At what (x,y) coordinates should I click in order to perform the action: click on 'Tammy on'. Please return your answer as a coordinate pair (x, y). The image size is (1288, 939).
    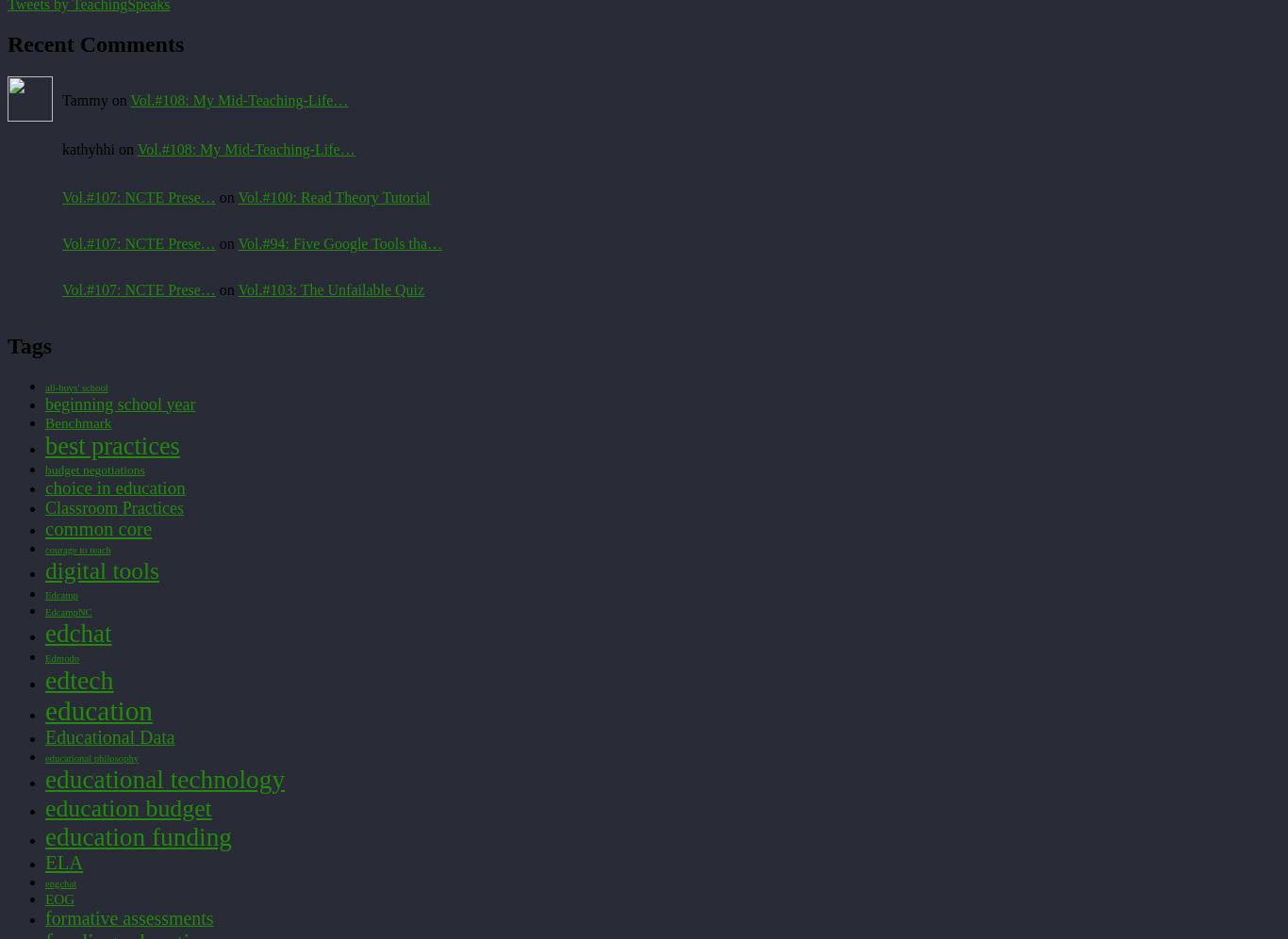
    Looking at the image, I should click on (96, 100).